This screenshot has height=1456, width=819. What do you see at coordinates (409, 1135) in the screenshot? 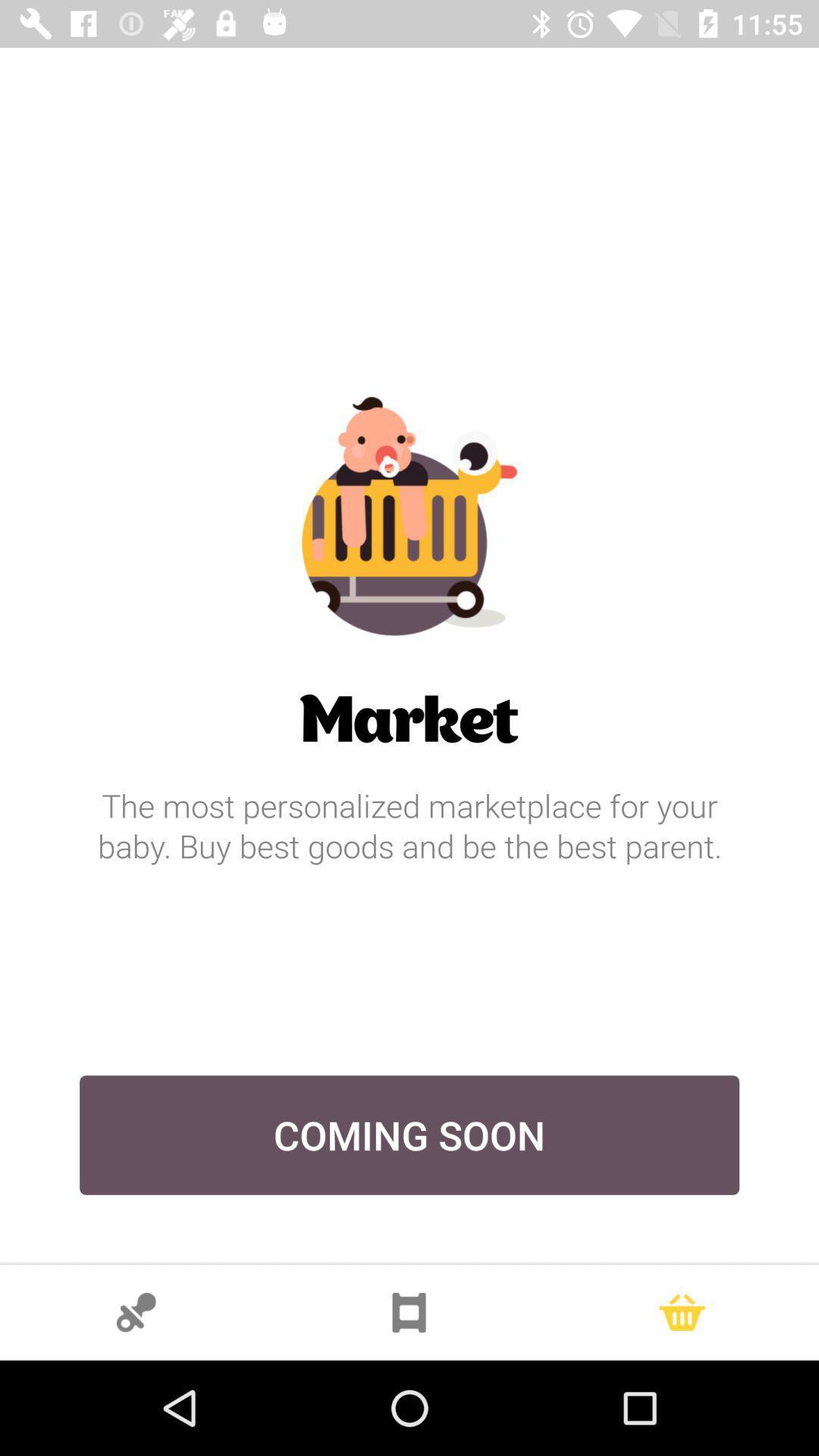
I see `coming soon item` at bounding box center [409, 1135].